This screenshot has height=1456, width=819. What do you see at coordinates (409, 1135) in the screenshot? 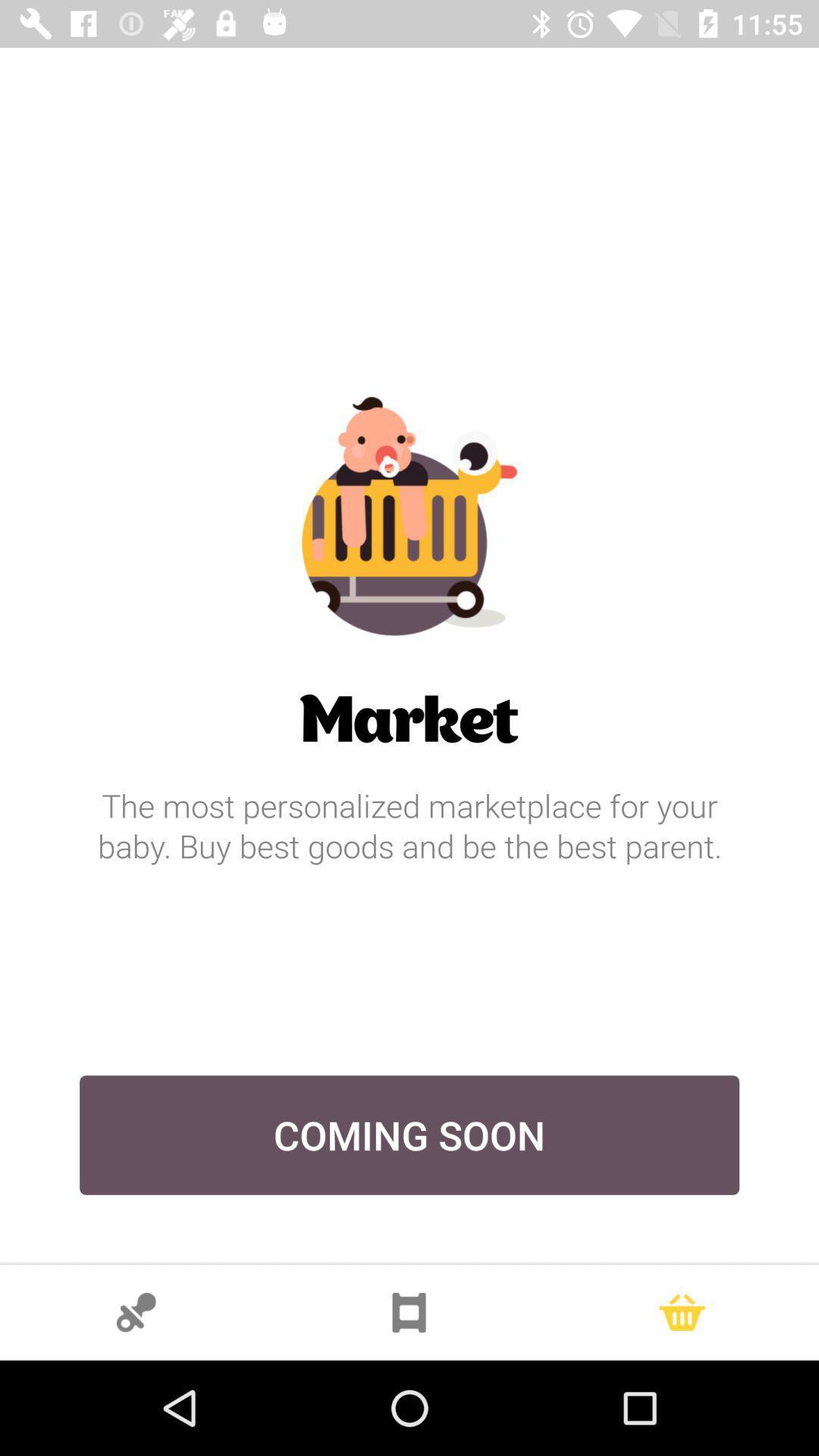
I see `coming soon item` at bounding box center [409, 1135].